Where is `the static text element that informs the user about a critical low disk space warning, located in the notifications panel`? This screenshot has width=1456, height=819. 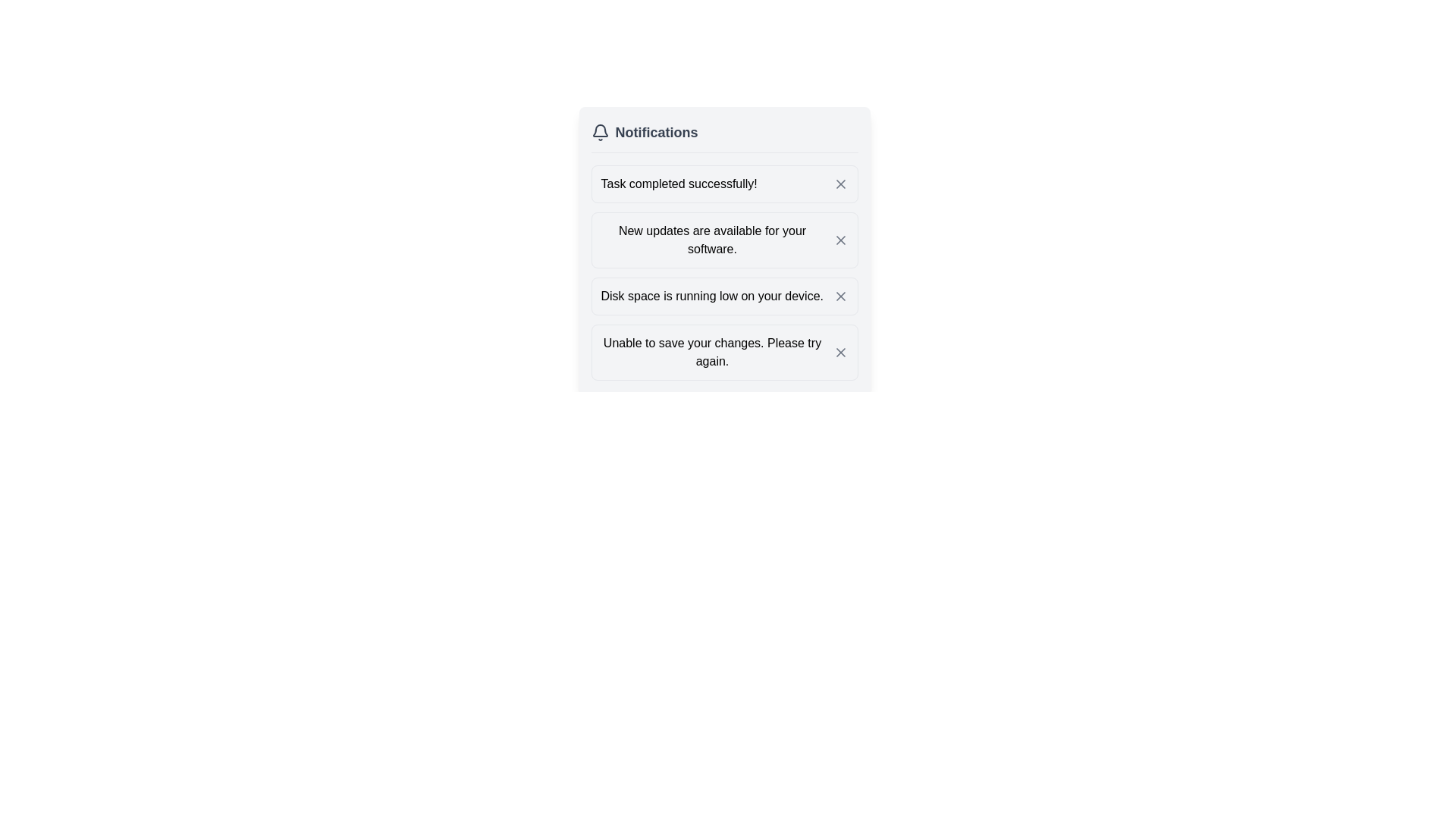
the static text element that informs the user about a critical low disk space warning, located in the notifications panel is located at coordinates (711, 296).